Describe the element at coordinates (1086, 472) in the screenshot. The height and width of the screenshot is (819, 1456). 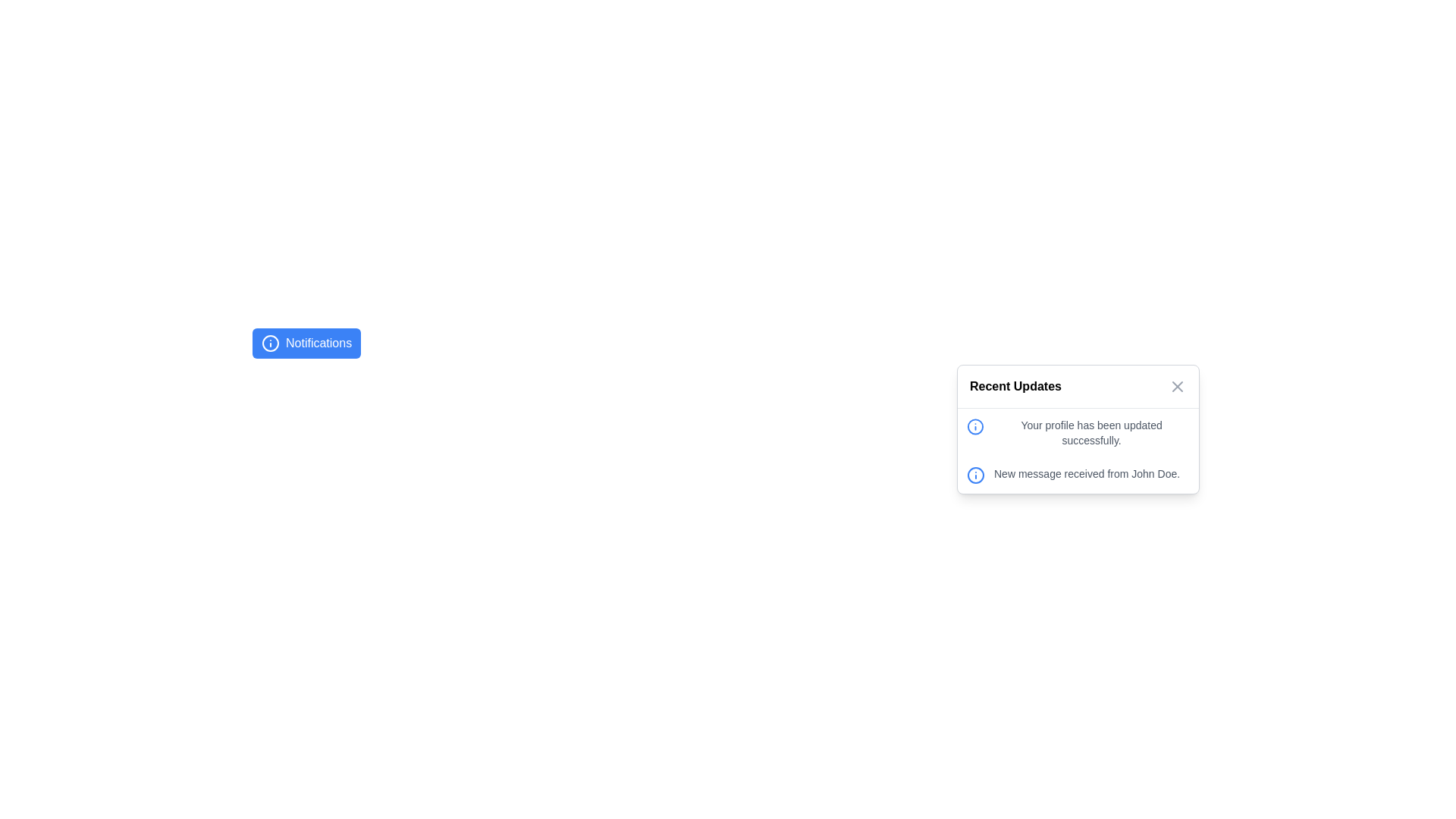
I see `the text label that reads 'New message received from John Doe.' within the notification system` at that location.